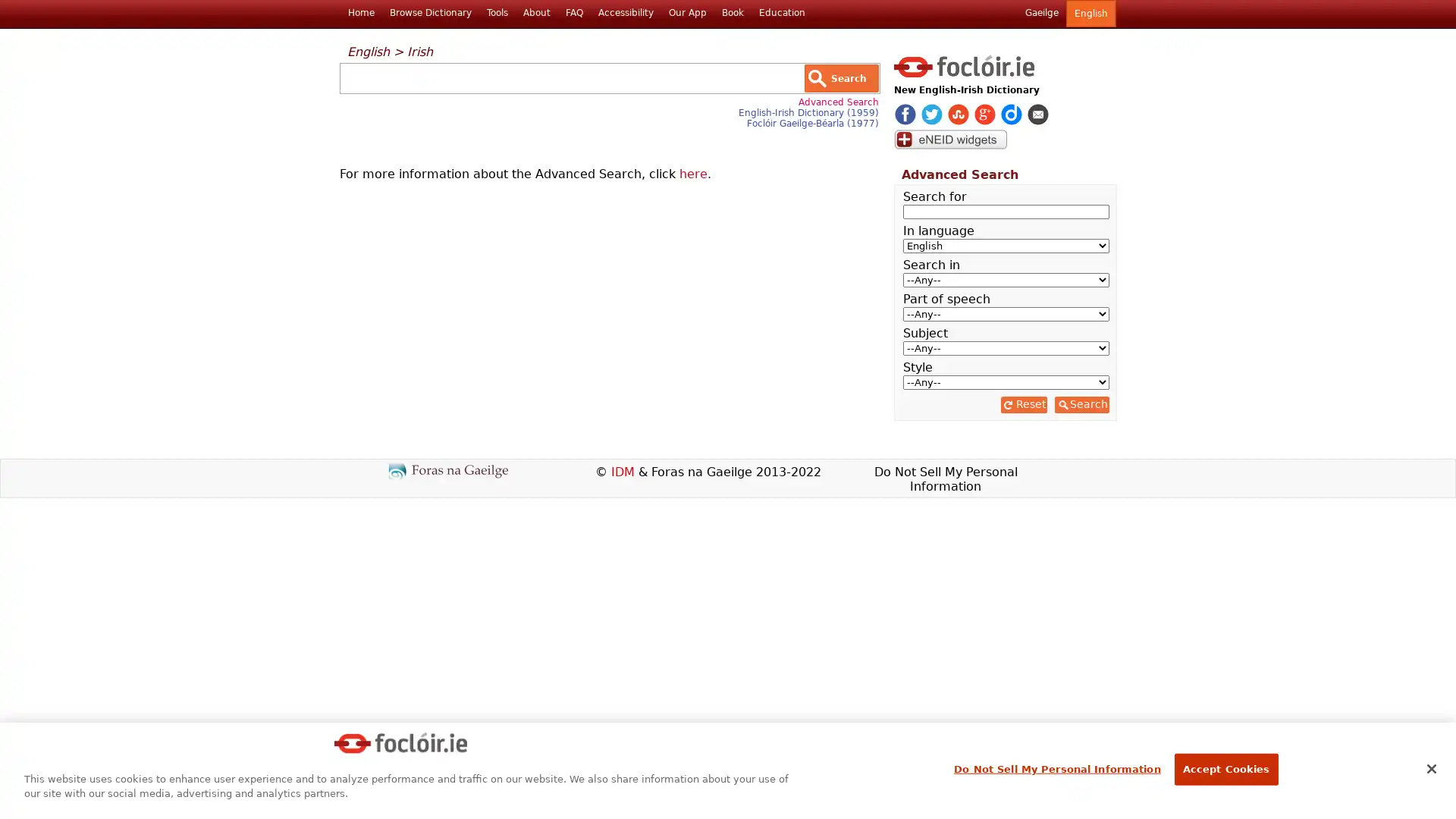  What do you see at coordinates (1430, 769) in the screenshot?
I see `Close` at bounding box center [1430, 769].